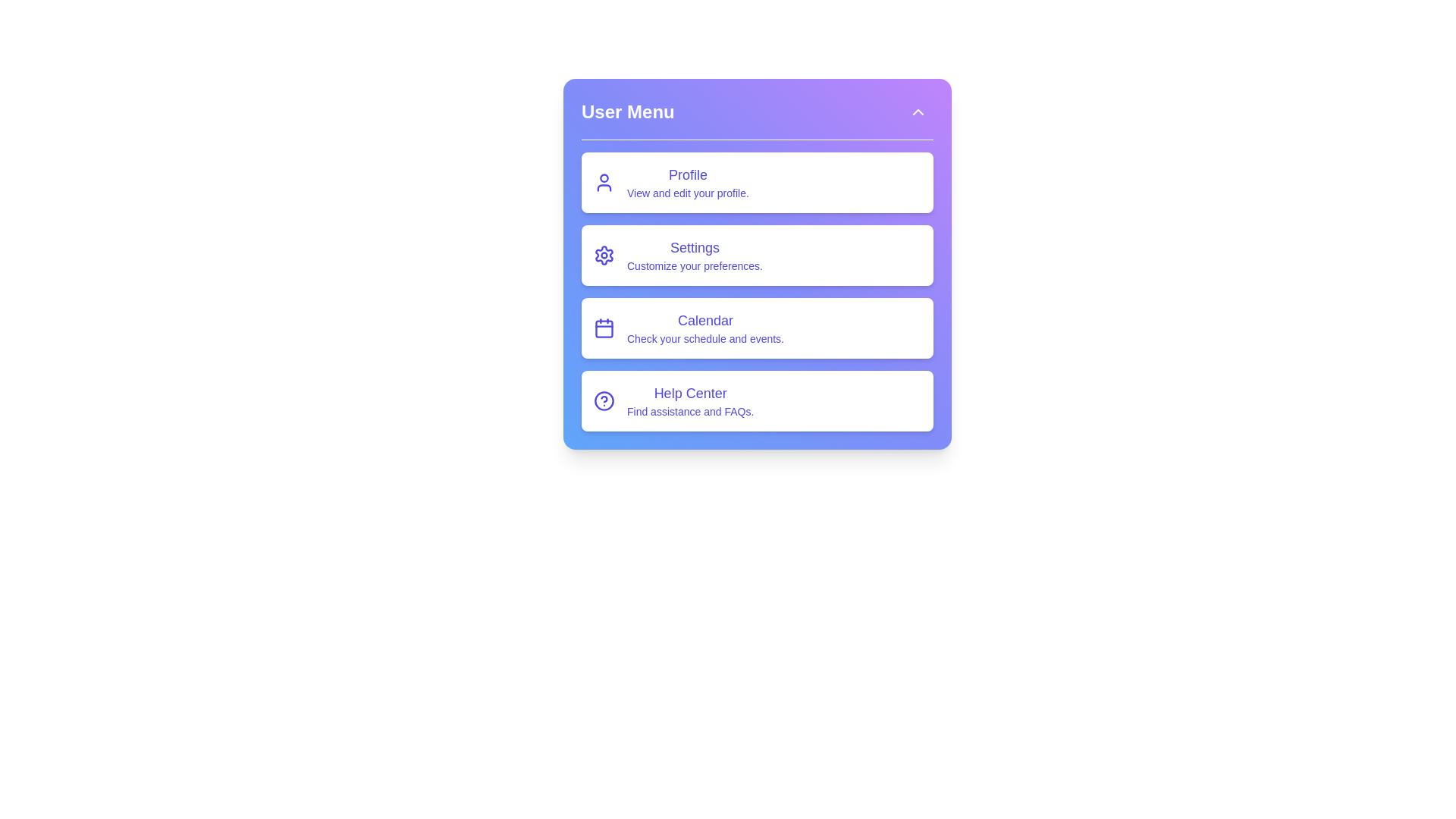 Image resolution: width=1456 pixels, height=819 pixels. Describe the element at coordinates (757, 181) in the screenshot. I see `the menu option Profile to navigate or interact with its functionality` at that location.